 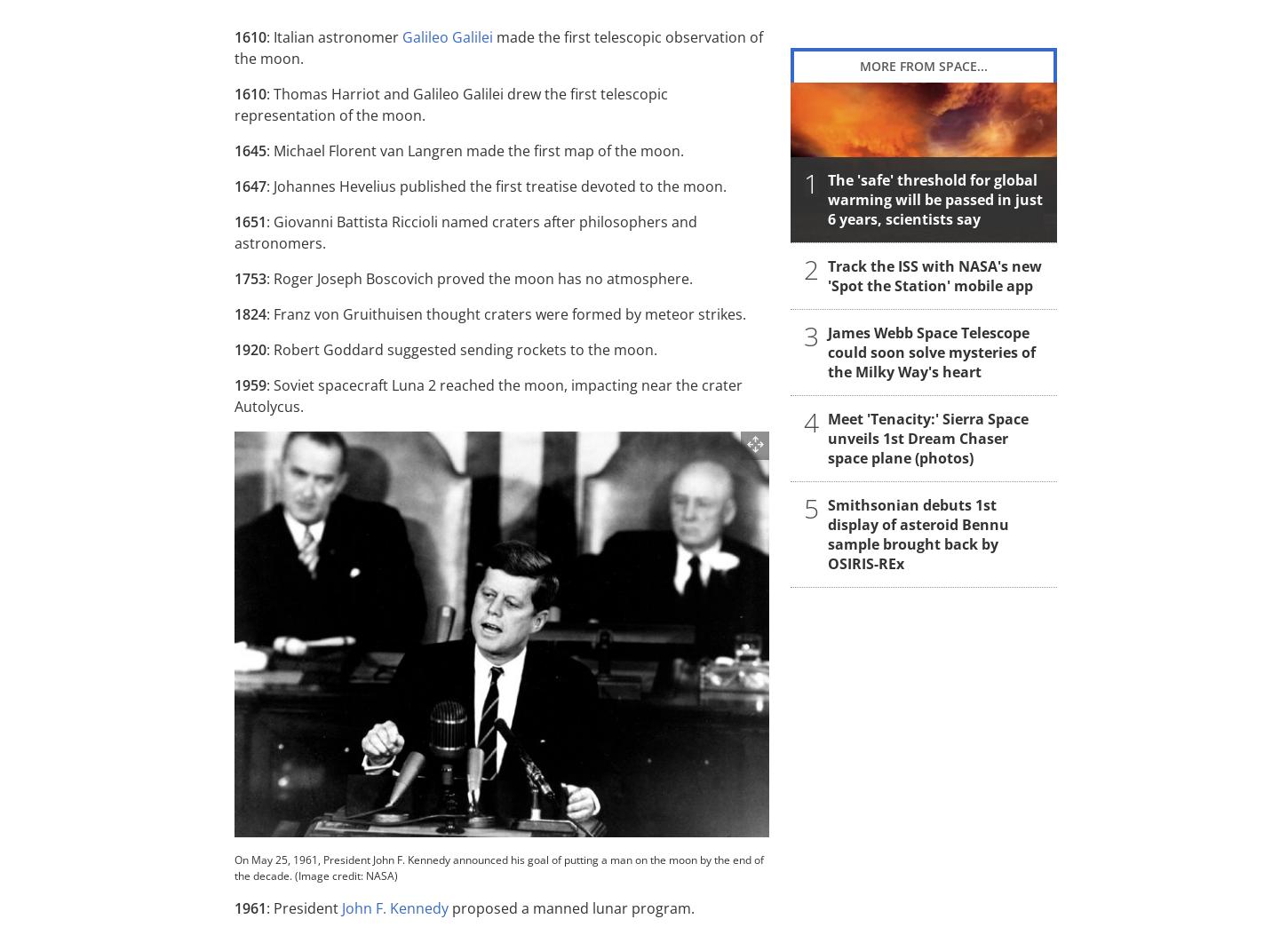 I want to click on '1', so click(x=810, y=182).